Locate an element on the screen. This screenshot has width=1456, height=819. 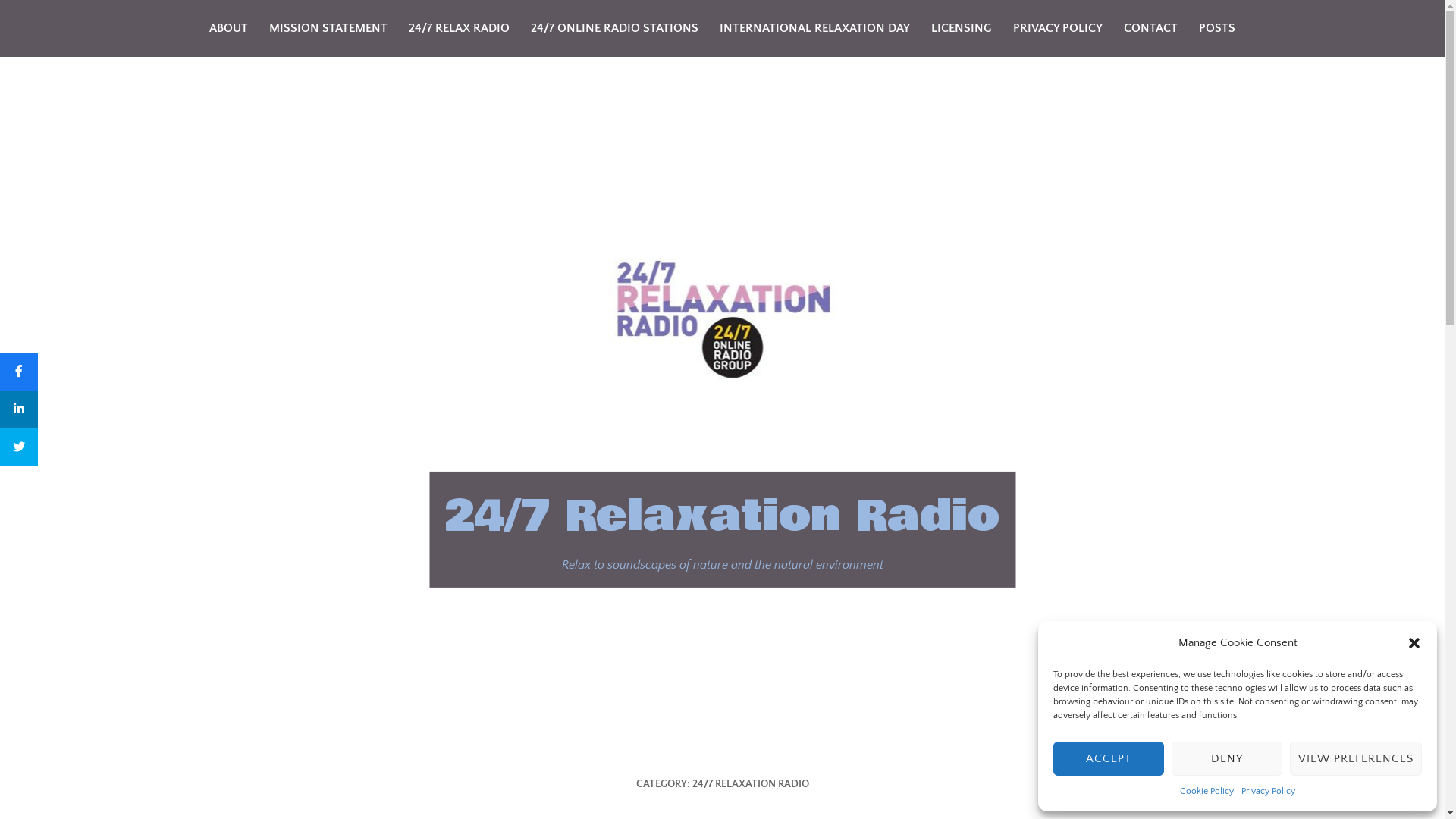
'ABOUT' is located at coordinates (227, 28).